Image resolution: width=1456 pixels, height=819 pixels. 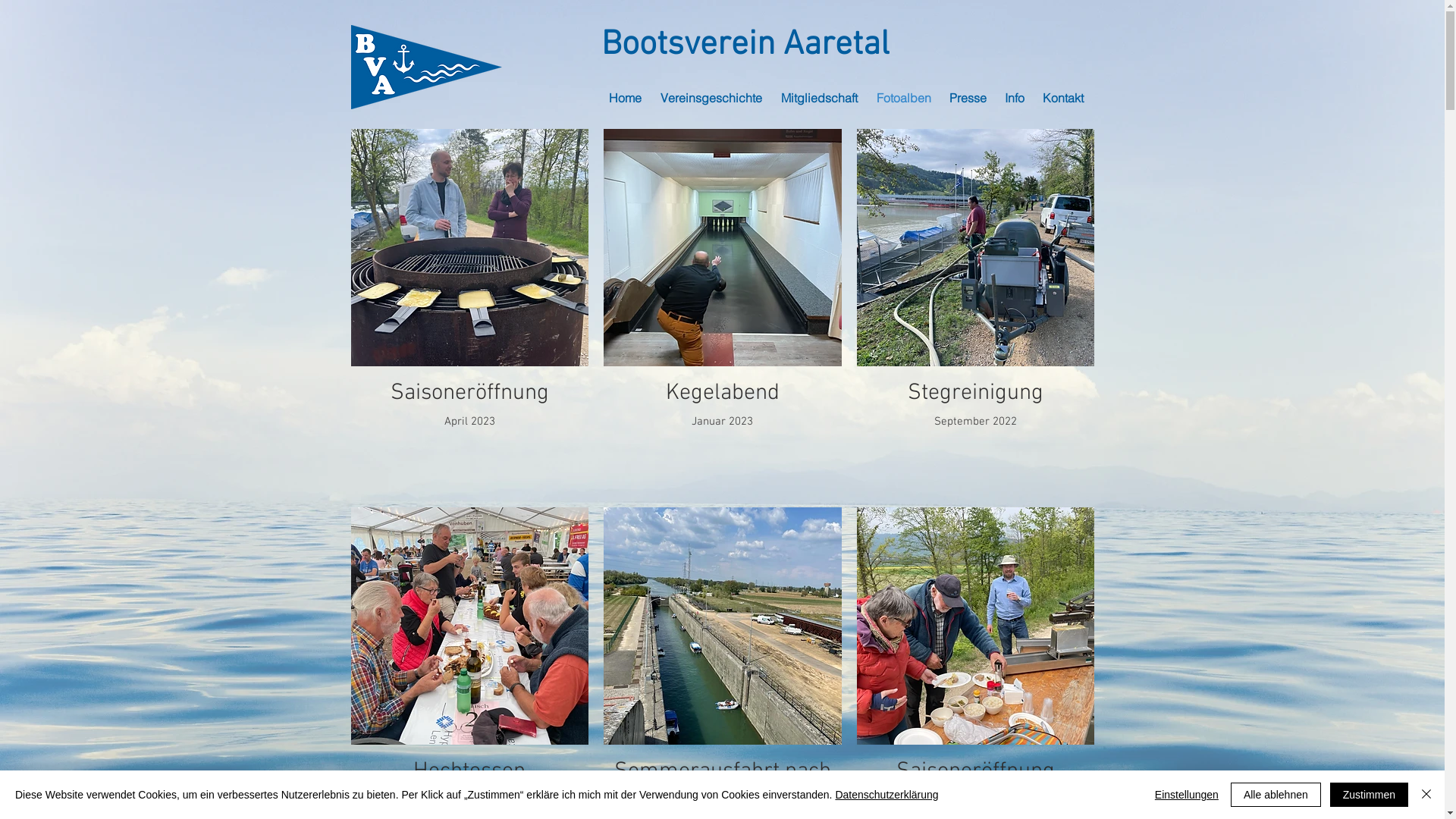 I want to click on 'Kontakt', so click(x=1062, y=97).